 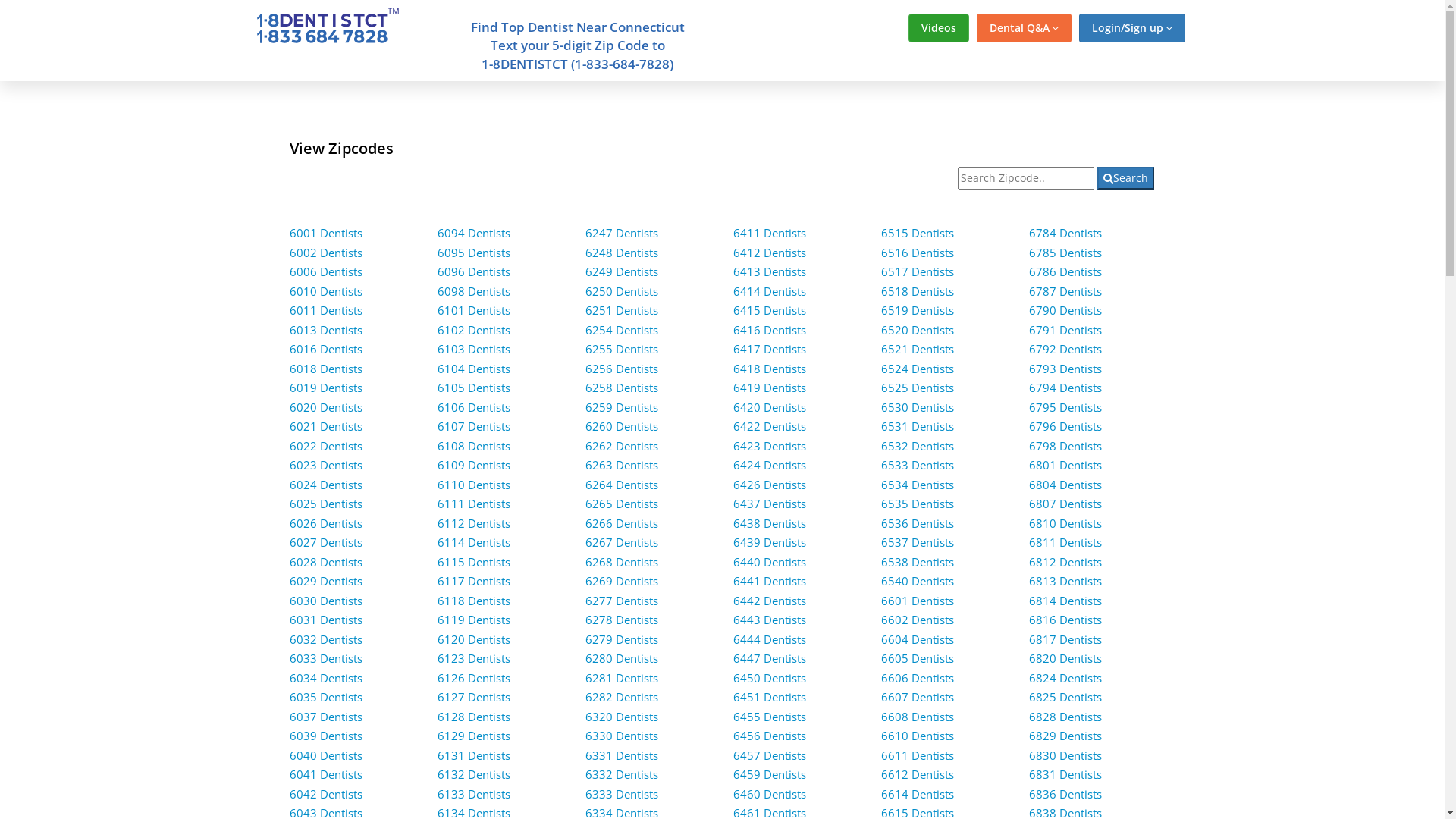 What do you see at coordinates (769, 755) in the screenshot?
I see `'6457 Dentists'` at bounding box center [769, 755].